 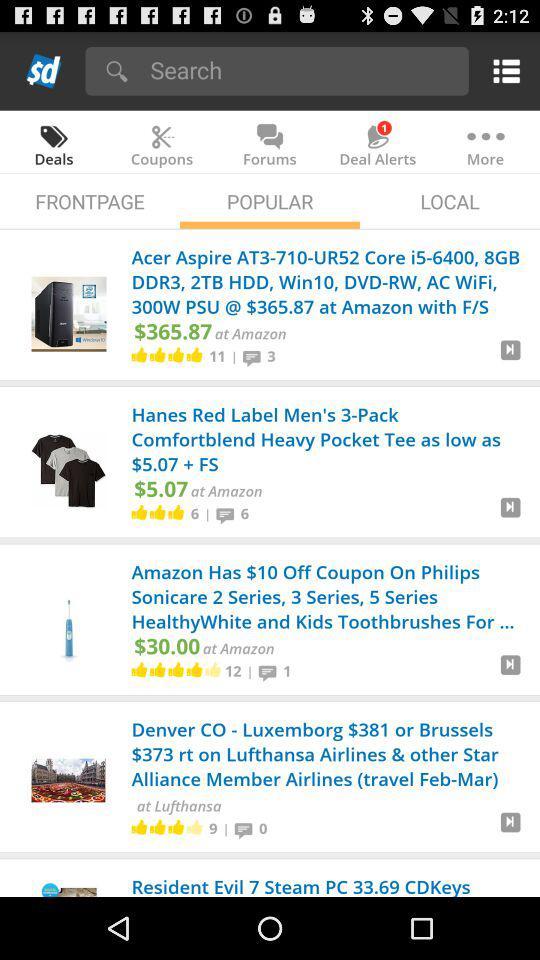 I want to click on to cart, so click(x=510, y=514).